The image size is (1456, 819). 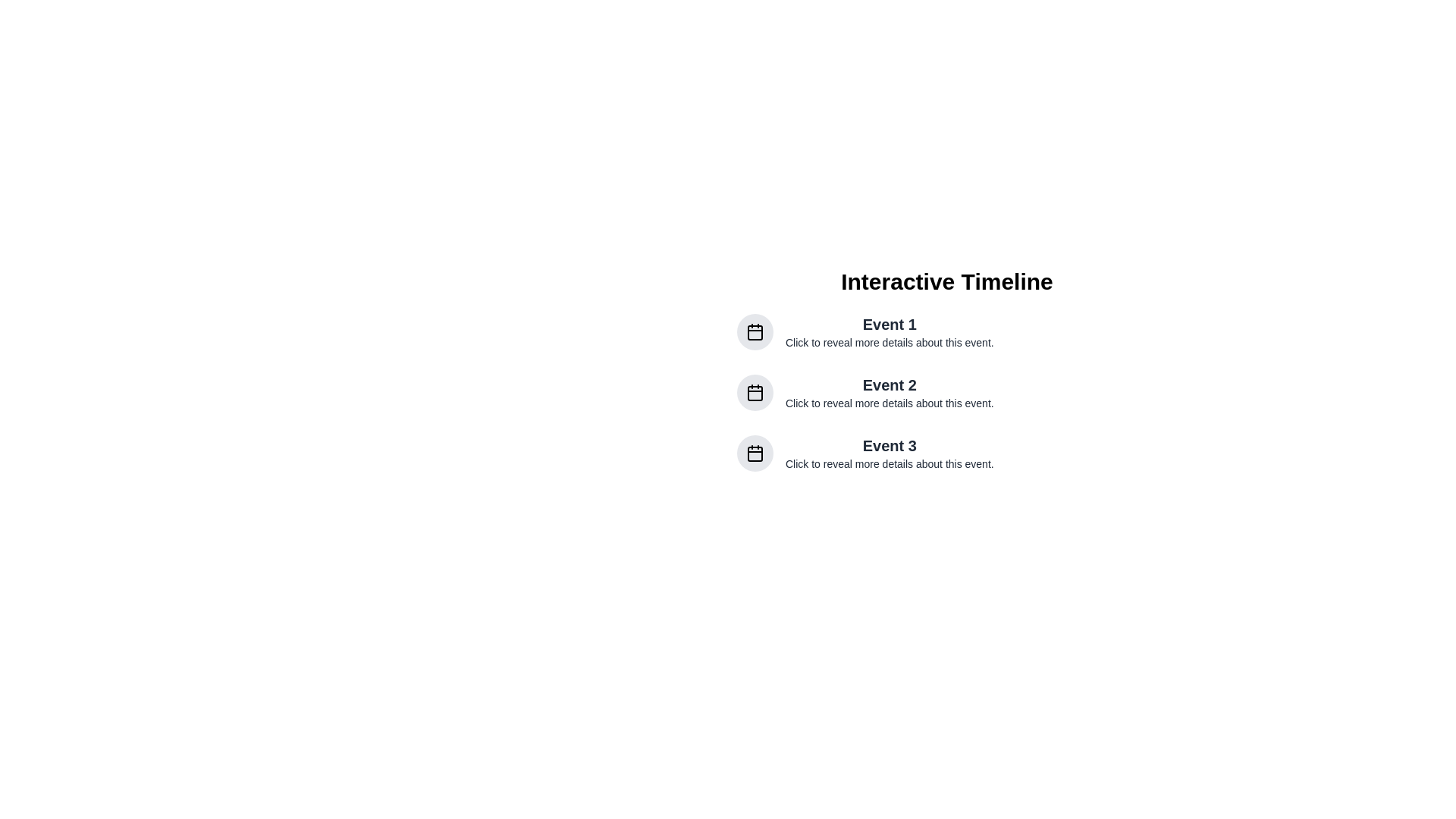 What do you see at coordinates (890, 342) in the screenshot?
I see `the text label that reads 'Click` at bounding box center [890, 342].